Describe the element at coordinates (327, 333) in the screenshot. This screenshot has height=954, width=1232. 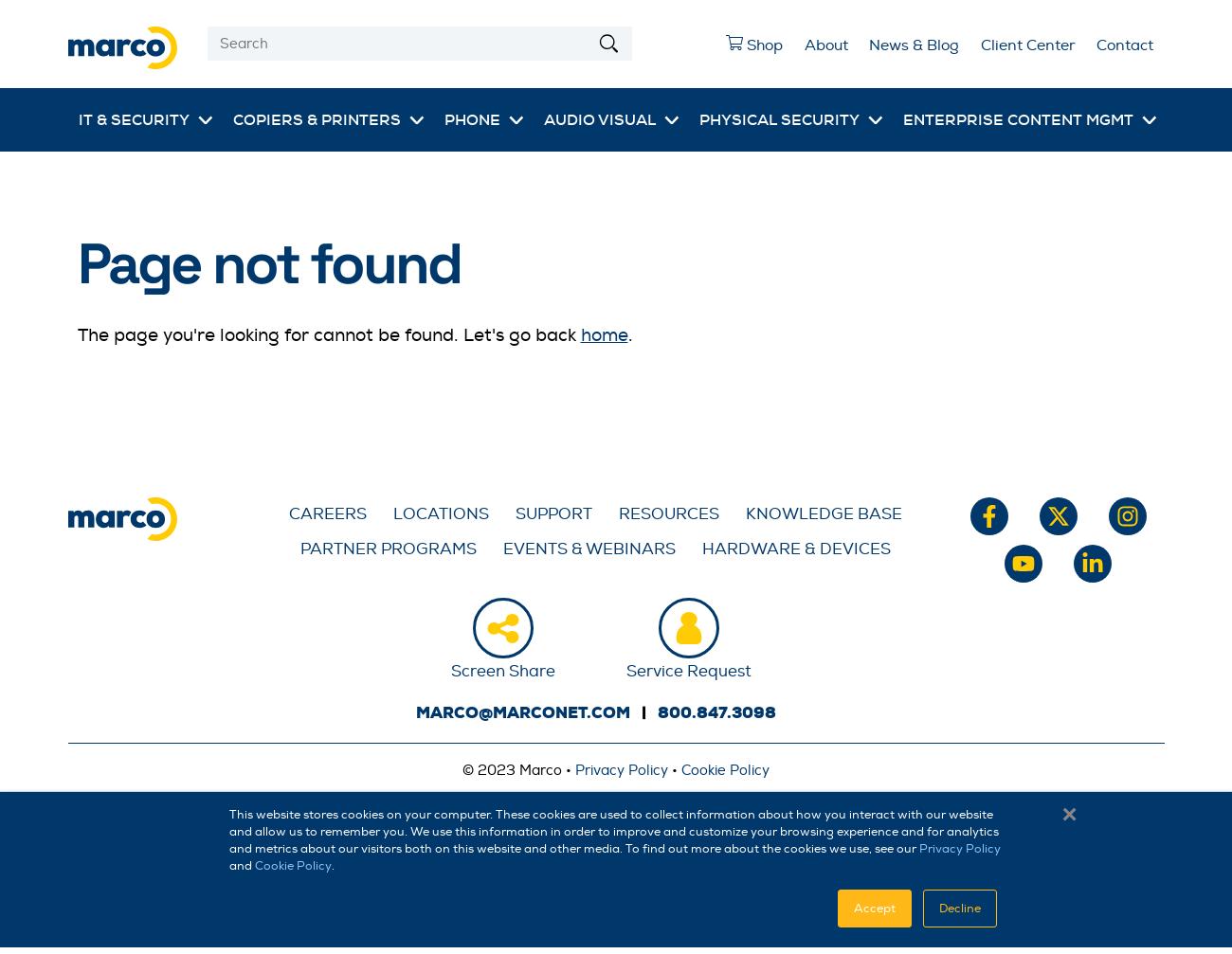
I see `'The page you're looking for cannot be found. Let's go back'` at that location.